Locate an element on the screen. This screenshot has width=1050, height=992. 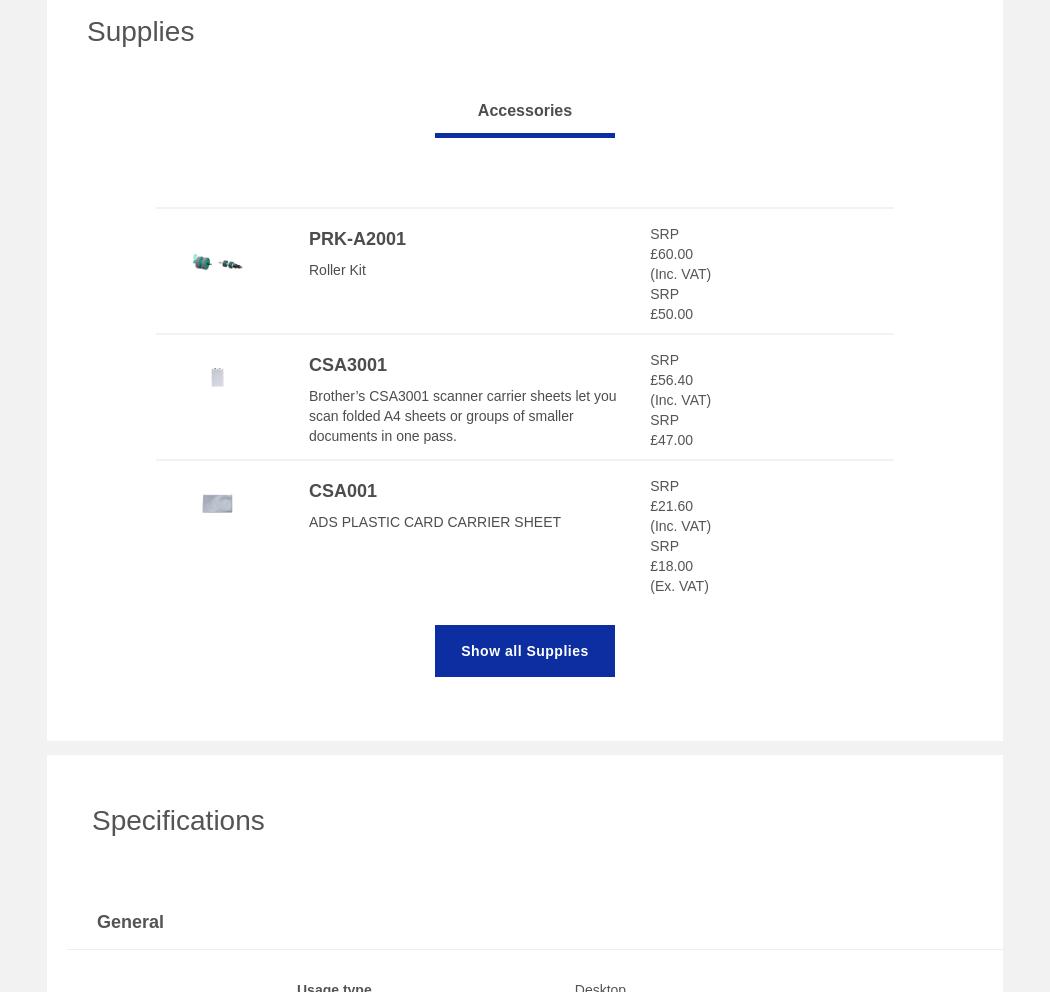
'IT & Communications' is located at coordinates (97, 827).